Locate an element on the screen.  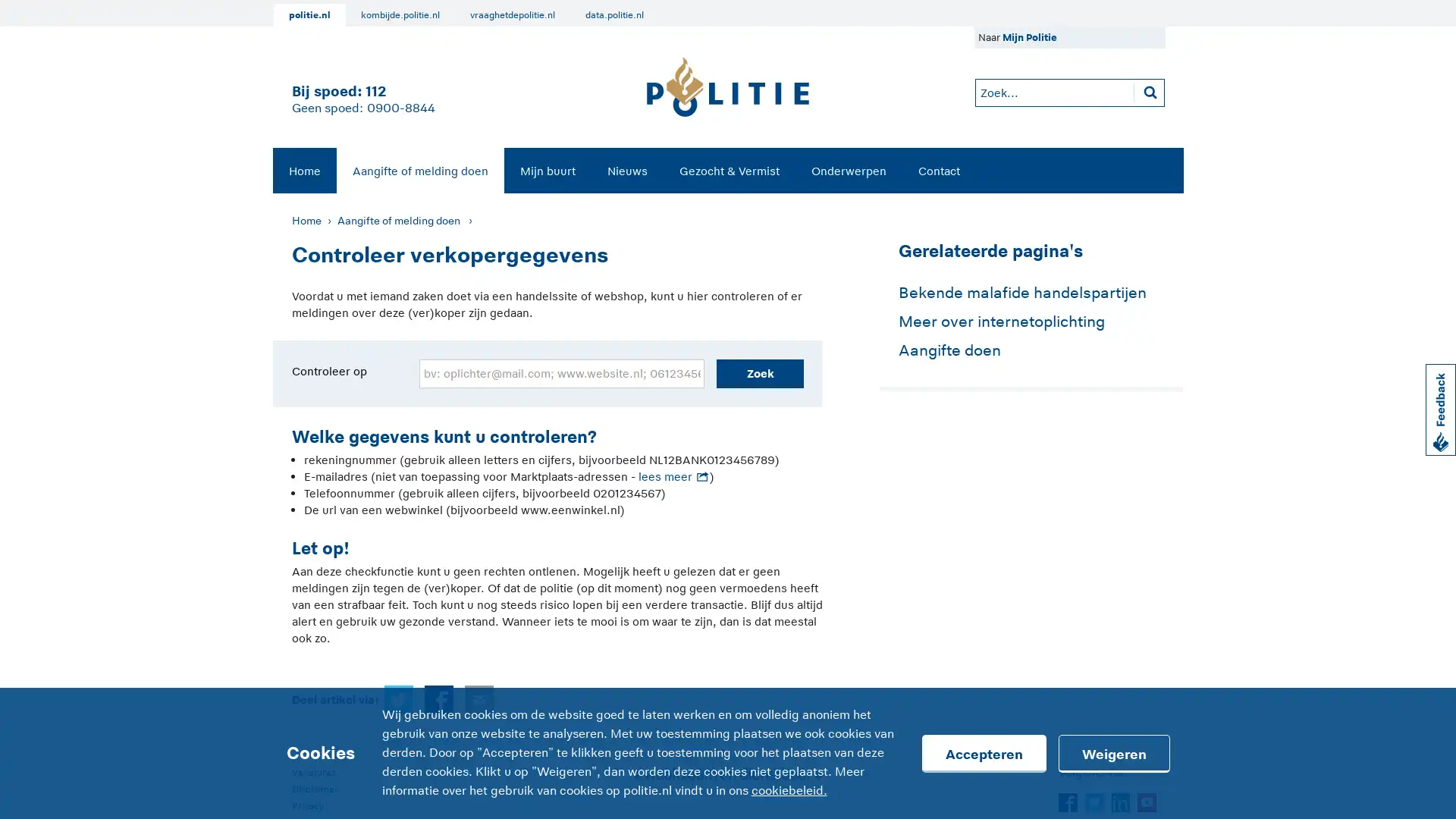
Zoek is located at coordinates (760, 373).